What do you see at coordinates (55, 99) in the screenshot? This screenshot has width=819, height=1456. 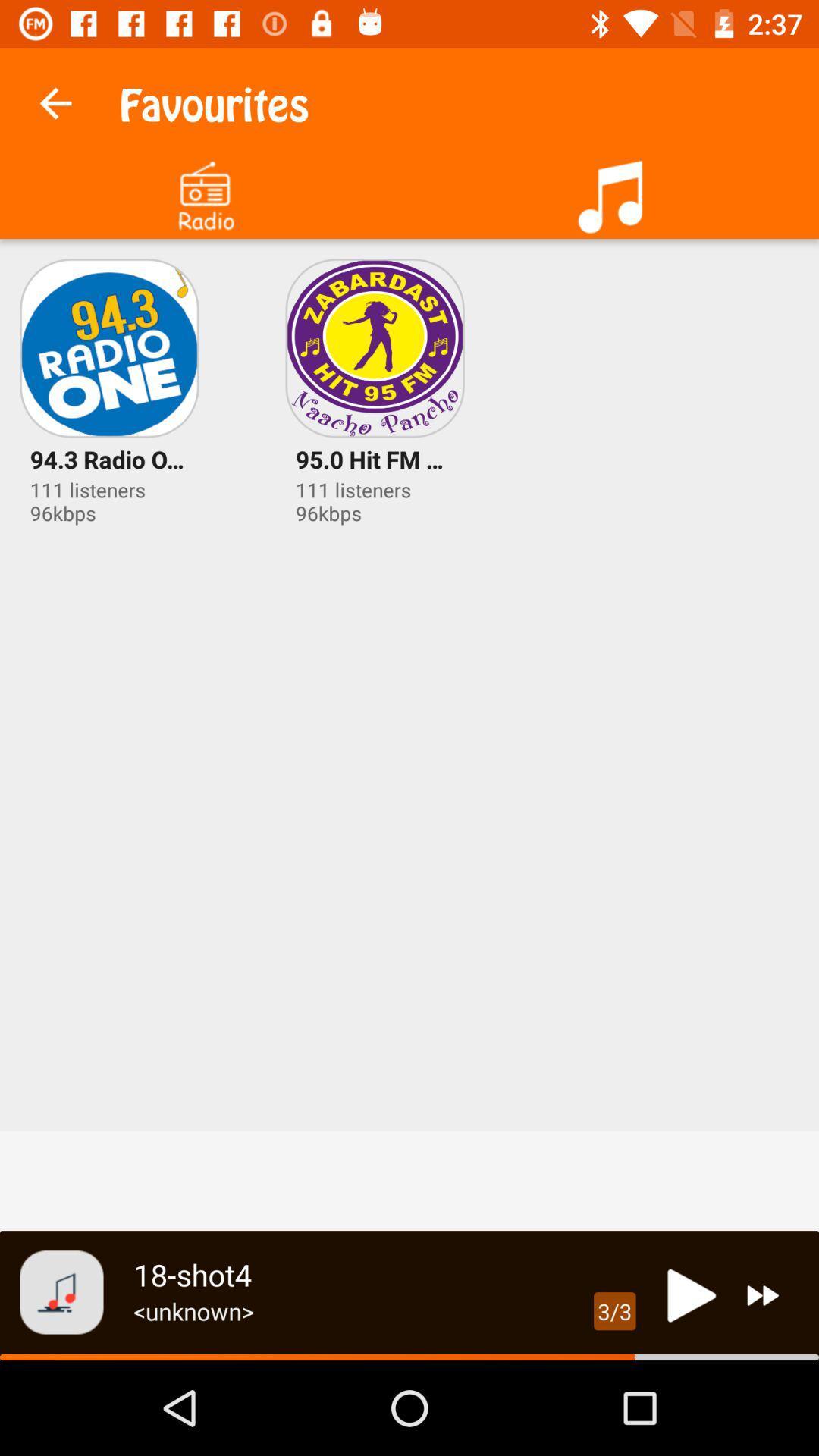 I see `icon next to the favourites` at bounding box center [55, 99].